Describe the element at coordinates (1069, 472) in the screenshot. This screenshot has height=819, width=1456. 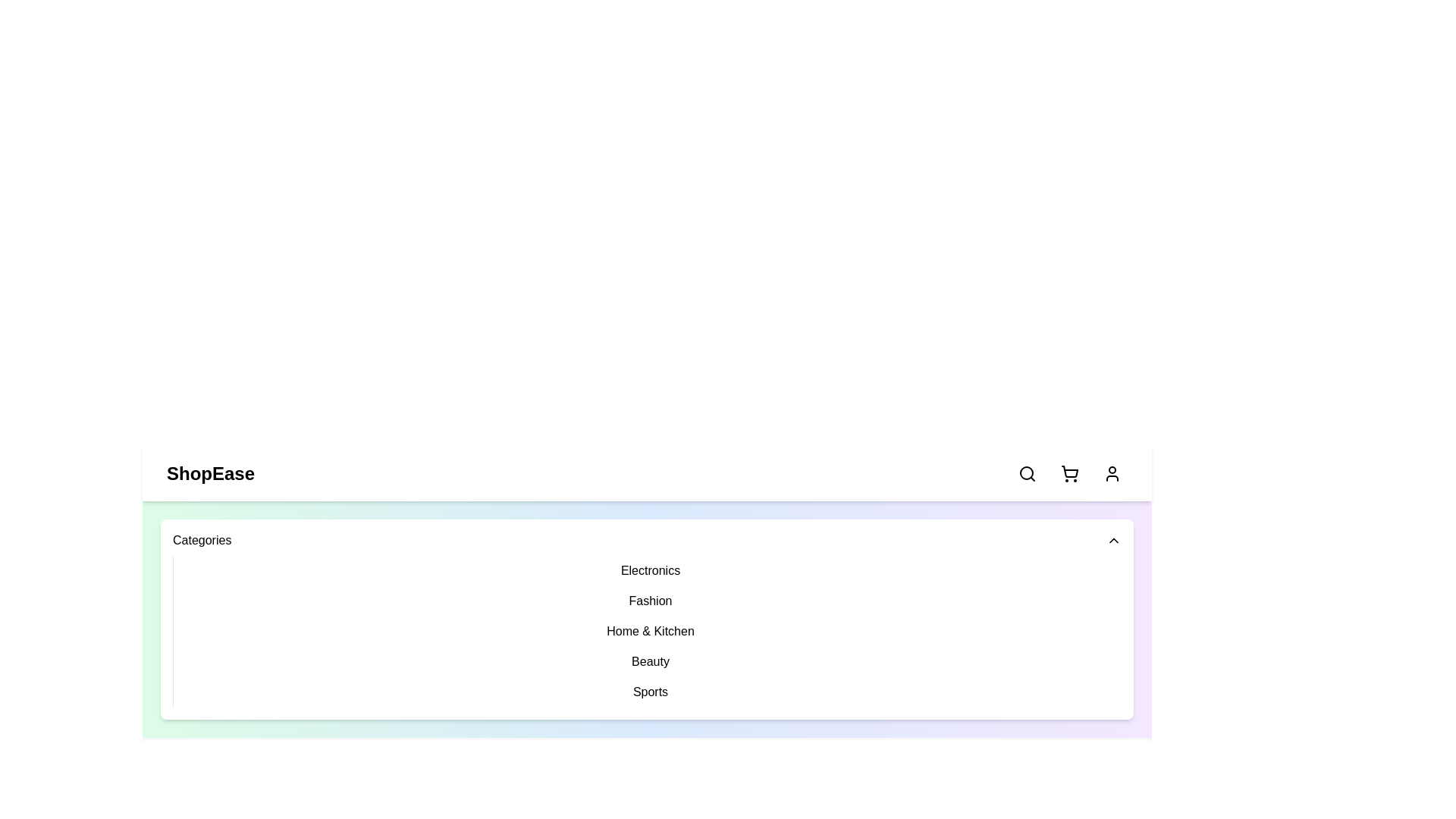
I see `the shopping cart icon located in the top navigation bar` at that location.